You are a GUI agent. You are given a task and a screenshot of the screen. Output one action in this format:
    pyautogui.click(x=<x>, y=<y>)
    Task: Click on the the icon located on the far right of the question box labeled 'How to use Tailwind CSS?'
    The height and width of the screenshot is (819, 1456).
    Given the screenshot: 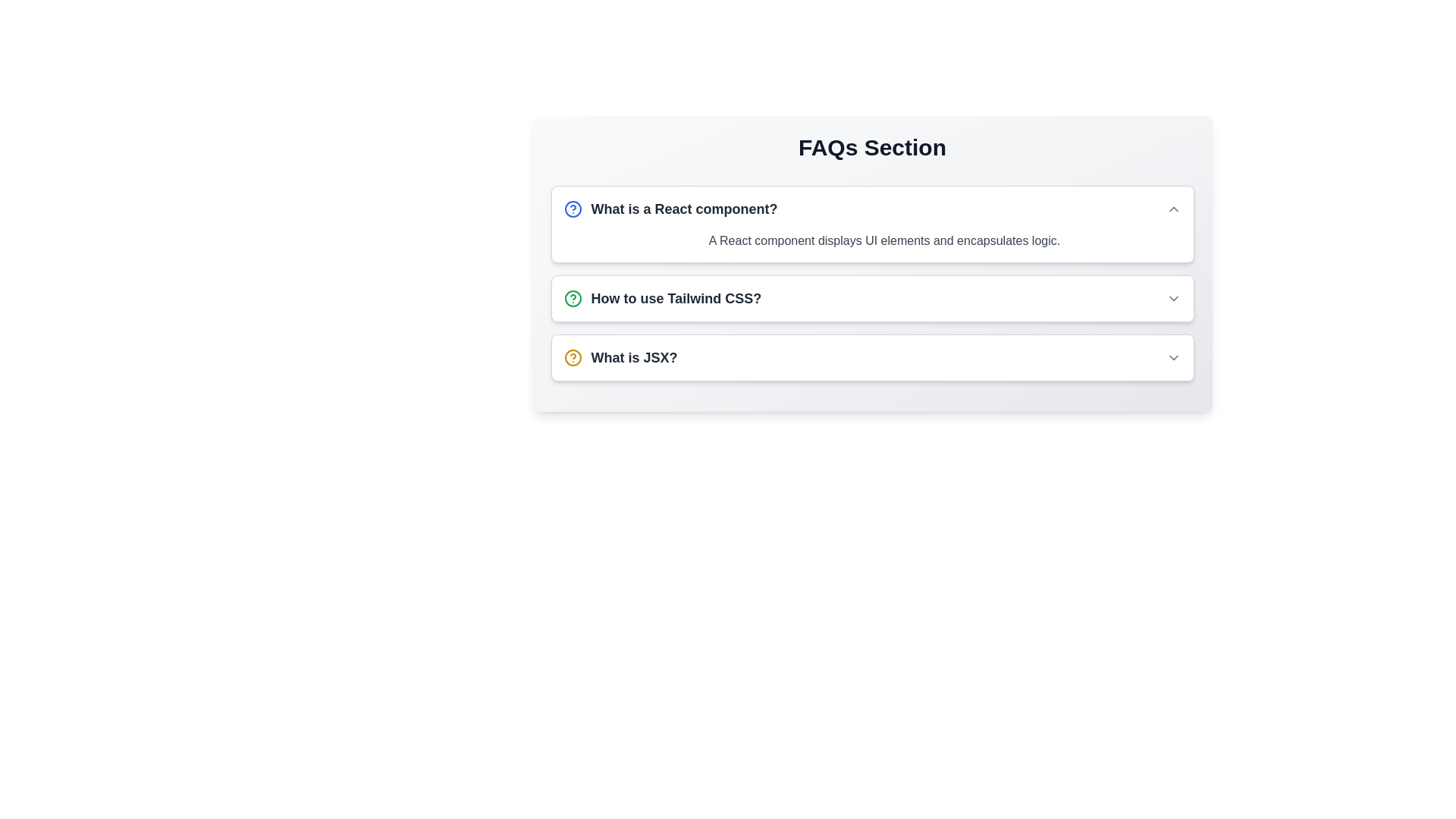 What is the action you would take?
    pyautogui.click(x=1172, y=298)
    